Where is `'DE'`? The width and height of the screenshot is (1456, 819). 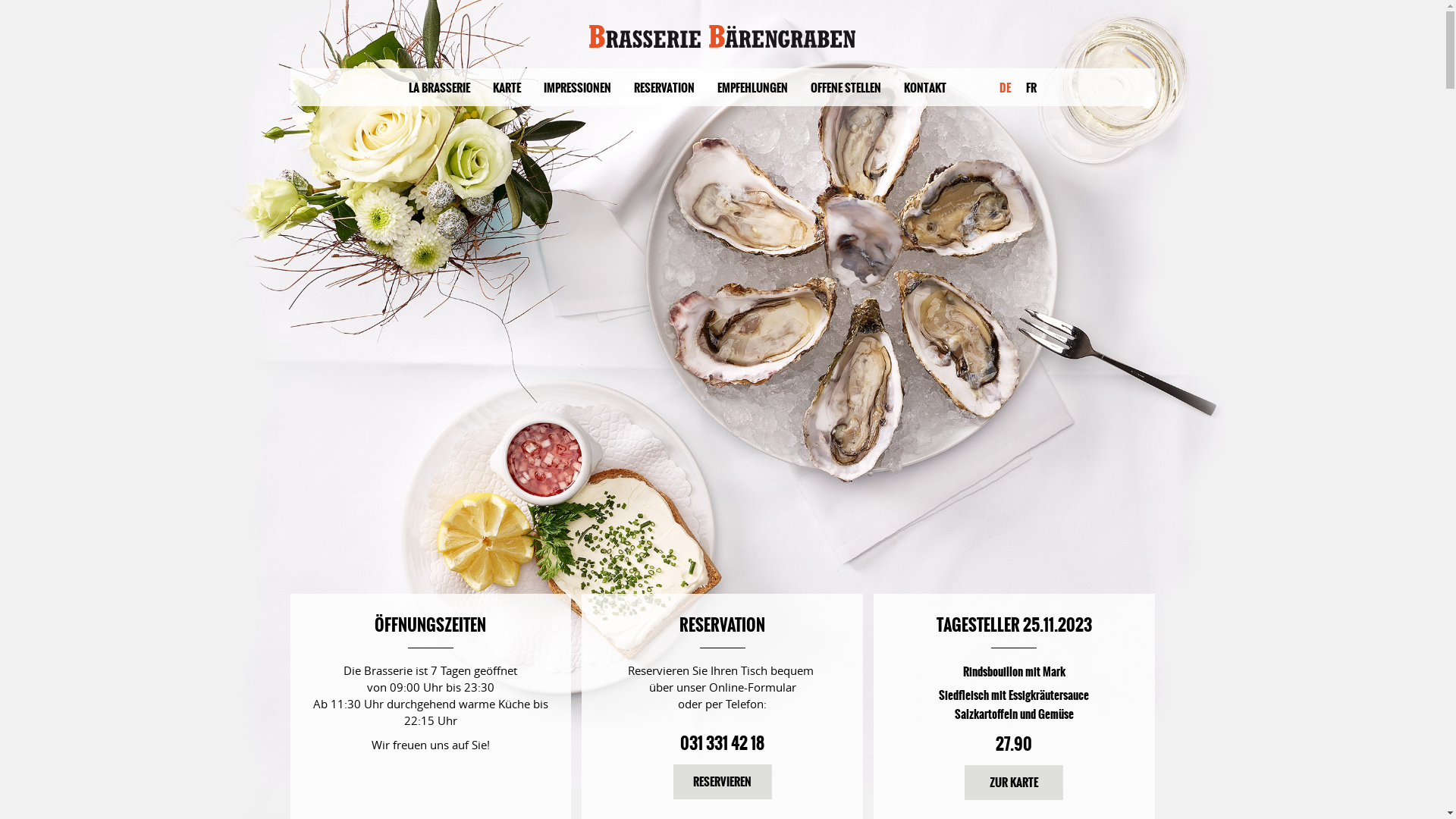 'DE' is located at coordinates (1000, 87).